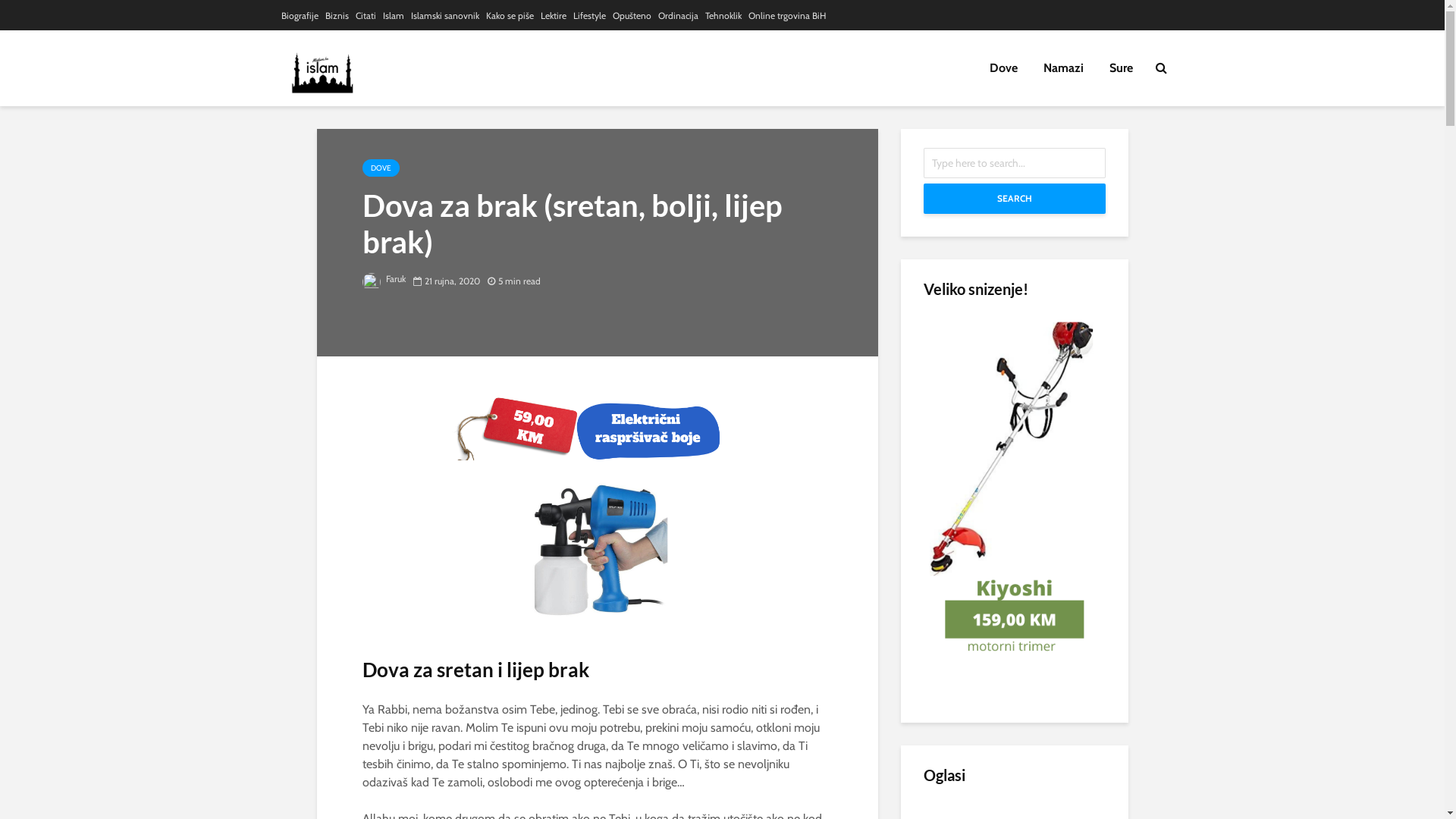  What do you see at coordinates (384, 278) in the screenshot?
I see `'Faruk'` at bounding box center [384, 278].